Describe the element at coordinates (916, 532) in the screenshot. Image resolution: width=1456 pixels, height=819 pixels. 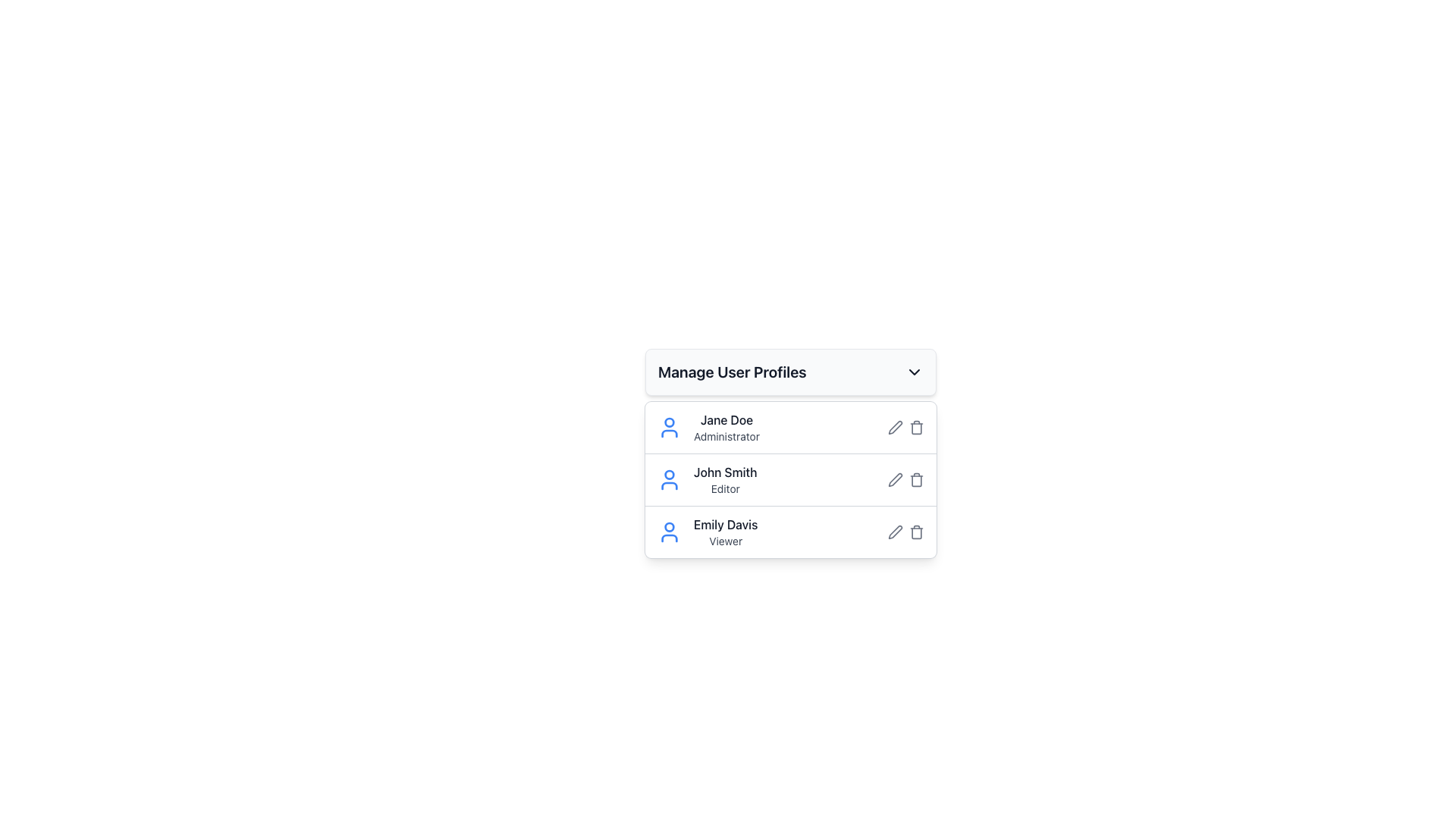
I see `the trash bin icon SVG element` at that location.